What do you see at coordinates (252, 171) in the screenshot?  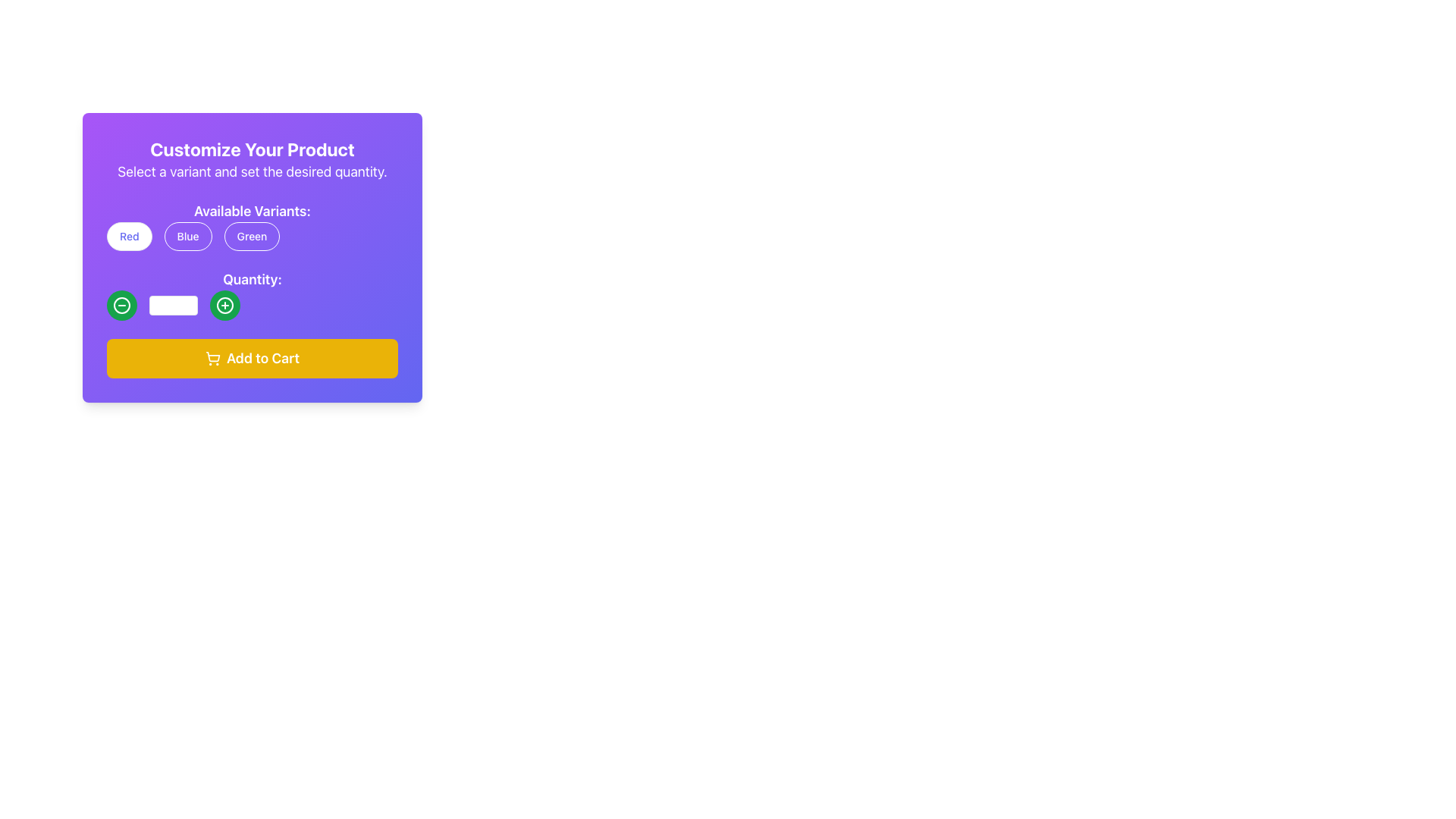 I see `the text label that reads 'Select a variant and set the desired quantity.' which is styled with a larger font size and located below the headline 'Customize Your Product.'` at bounding box center [252, 171].